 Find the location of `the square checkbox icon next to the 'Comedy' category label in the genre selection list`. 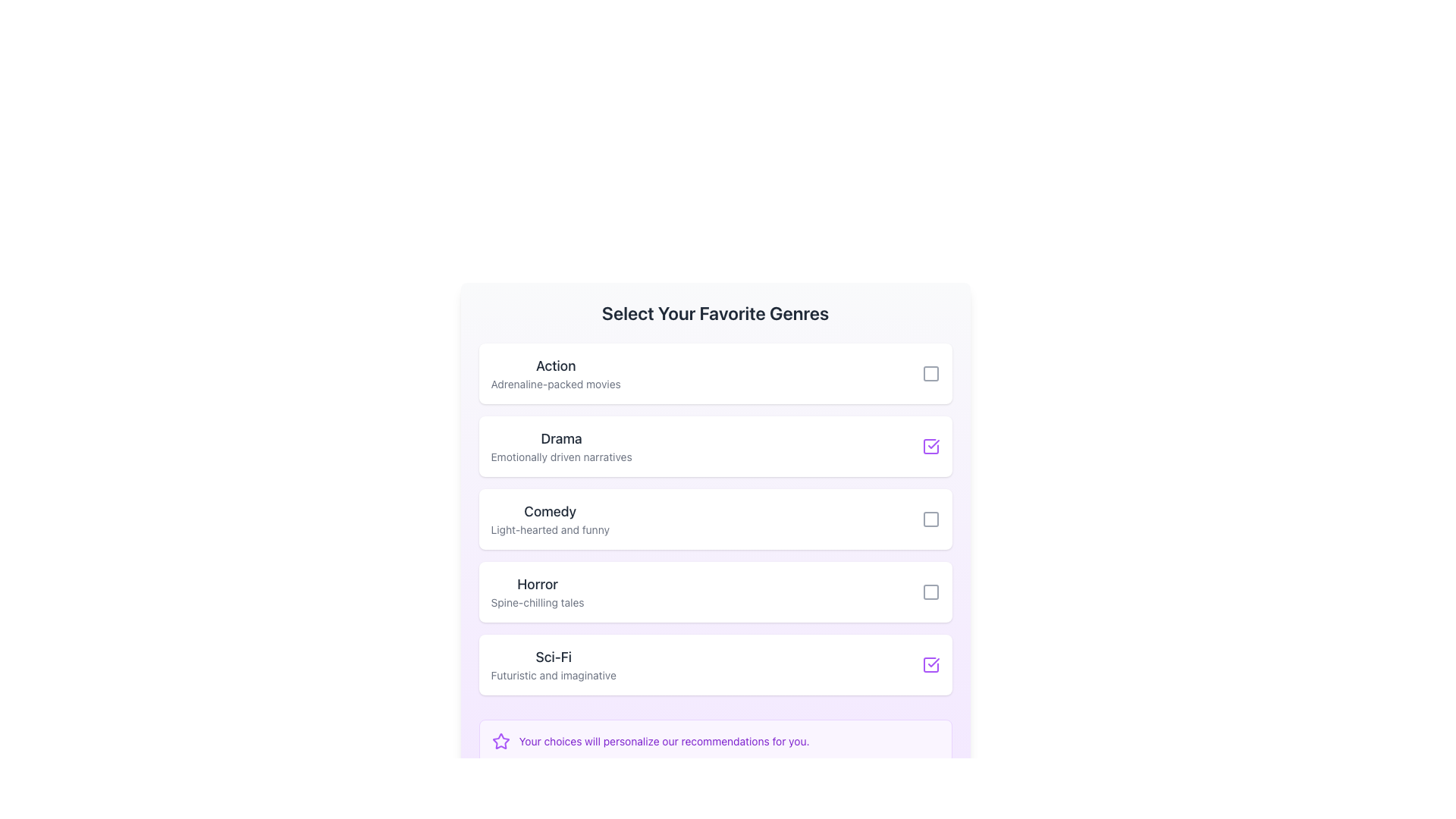

the square checkbox icon next to the 'Comedy' category label in the genre selection list is located at coordinates (930, 519).